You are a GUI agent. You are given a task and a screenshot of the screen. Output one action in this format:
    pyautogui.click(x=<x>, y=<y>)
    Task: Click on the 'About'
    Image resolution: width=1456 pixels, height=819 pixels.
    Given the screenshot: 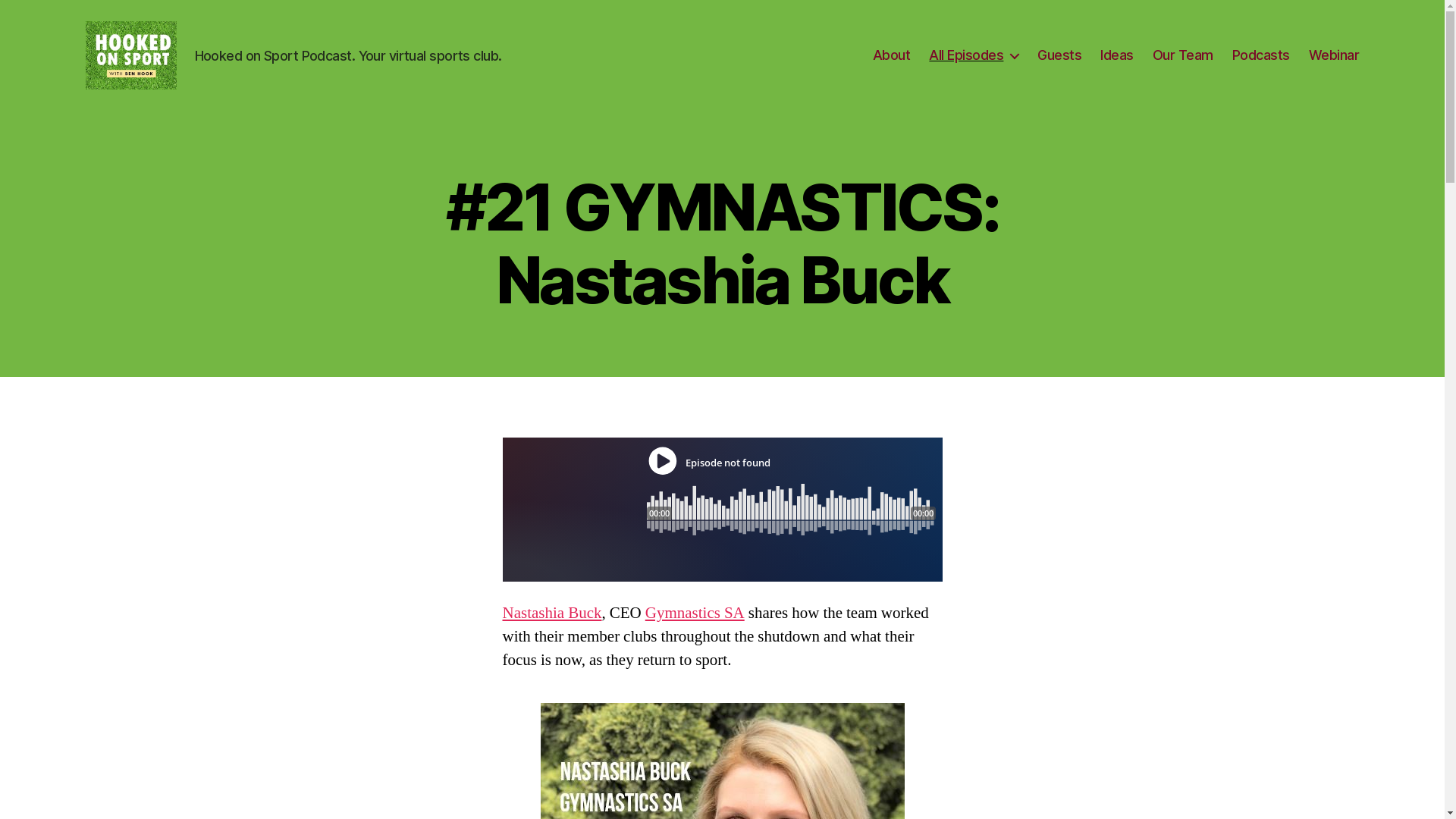 What is the action you would take?
    pyautogui.click(x=892, y=55)
    